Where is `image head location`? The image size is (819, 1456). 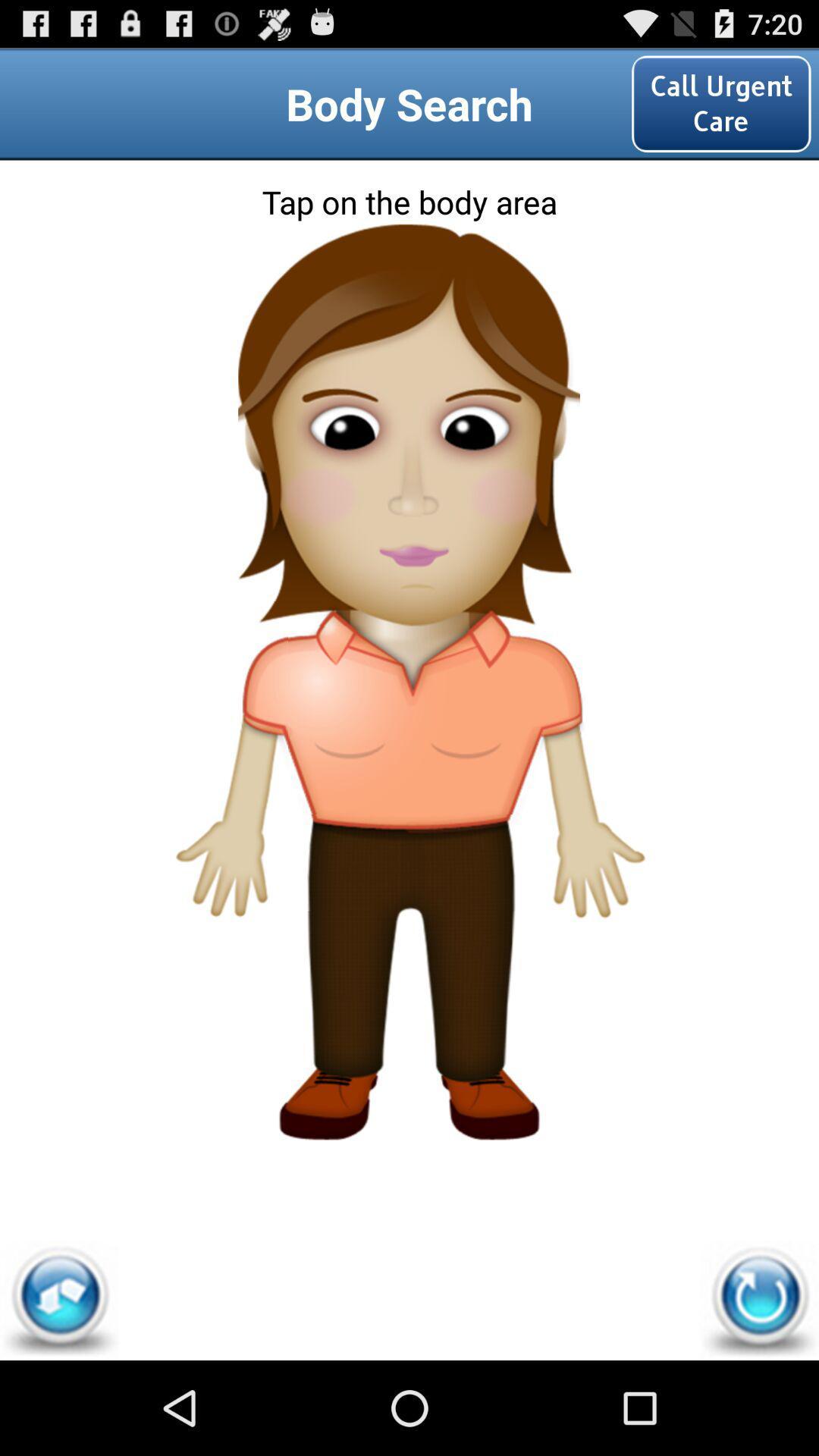
image head location is located at coordinates (408, 290).